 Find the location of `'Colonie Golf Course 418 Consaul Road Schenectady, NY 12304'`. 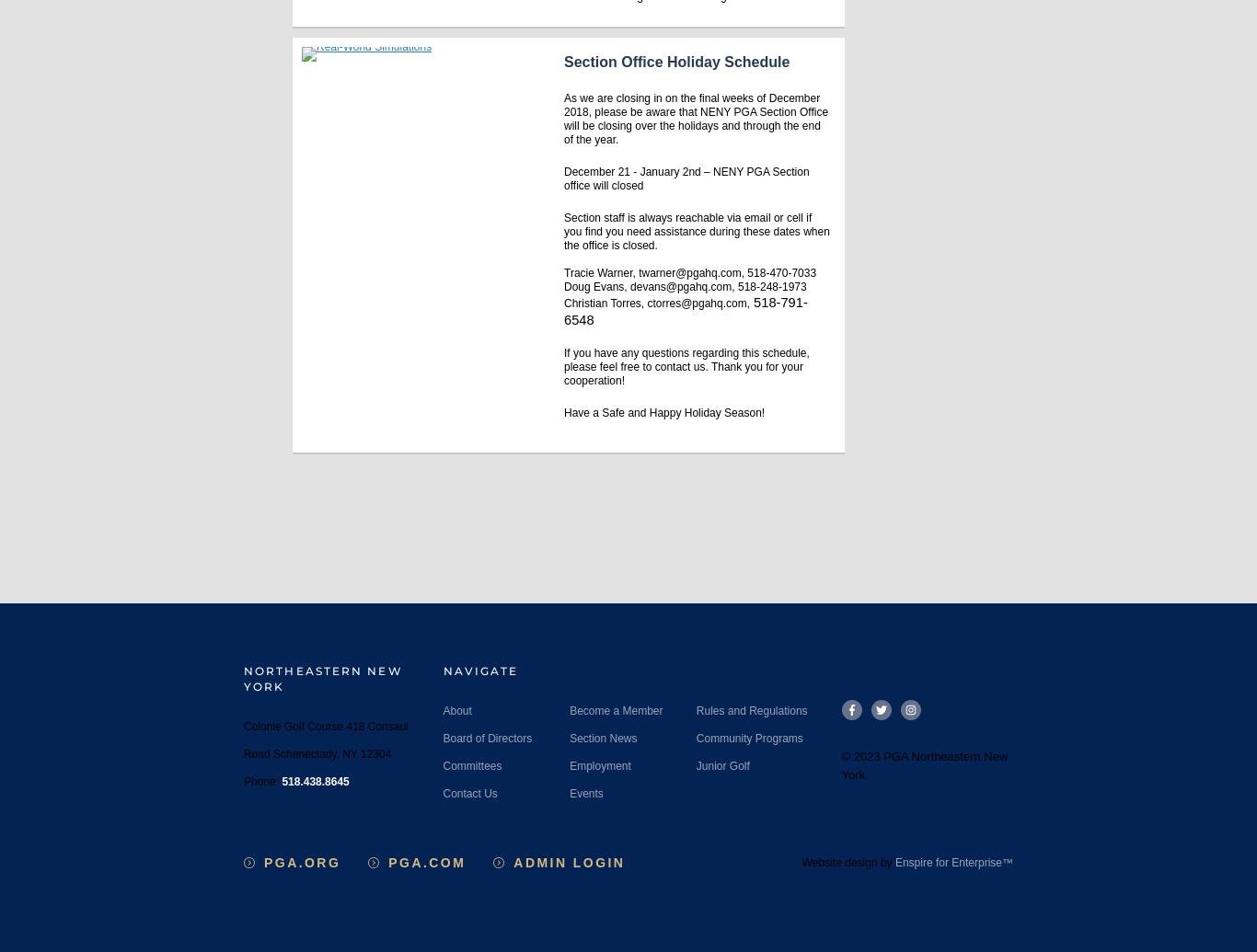

'Colonie Golf Course 418 Consaul Road Schenectady, NY 12304' is located at coordinates (244, 738).